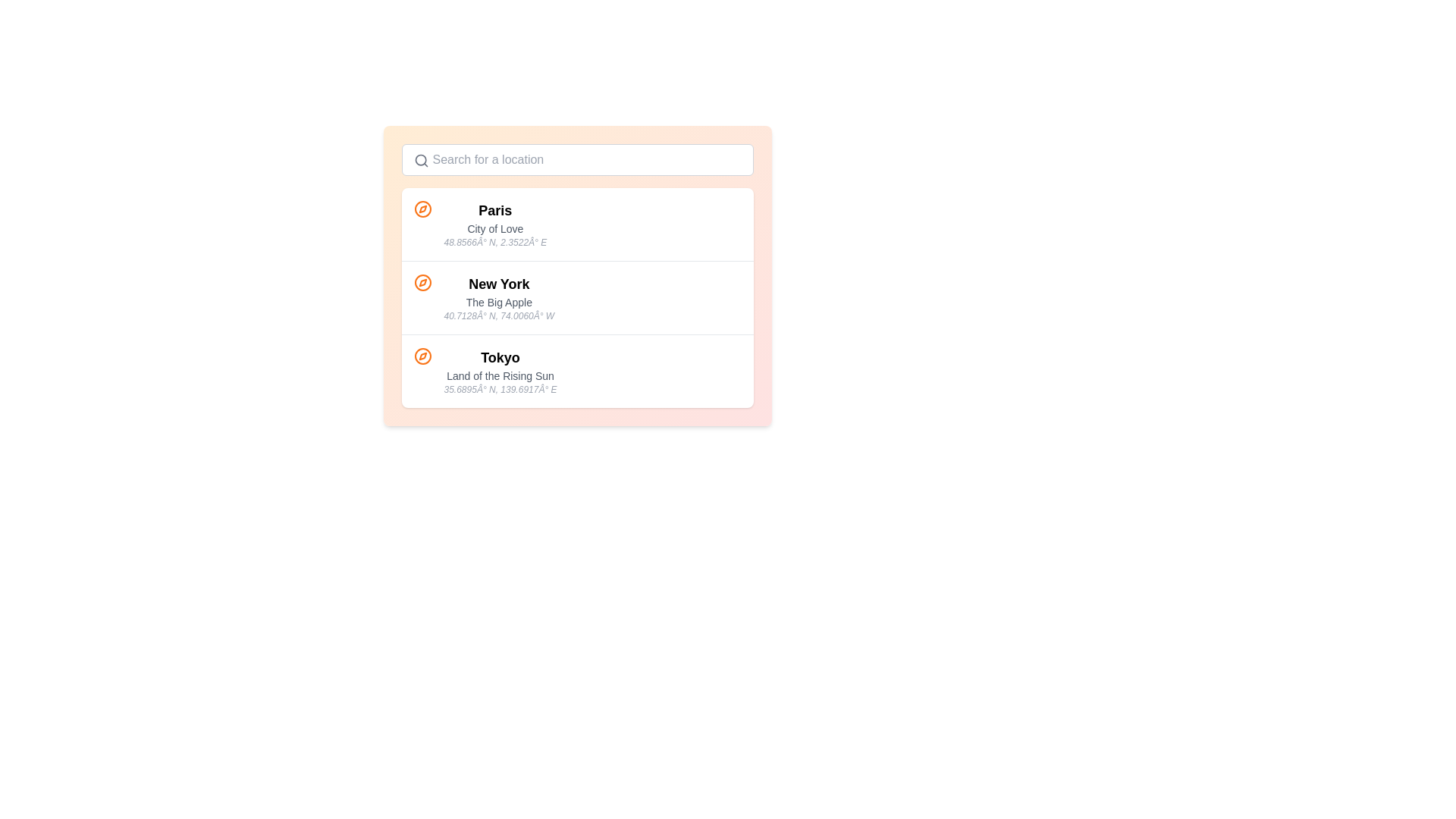  Describe the element at coordinates (422, 283) in the screenshot. I see `the circle SVG element located next to the text label 'New York', which serves as a visual indicator in the iconography` at that location.